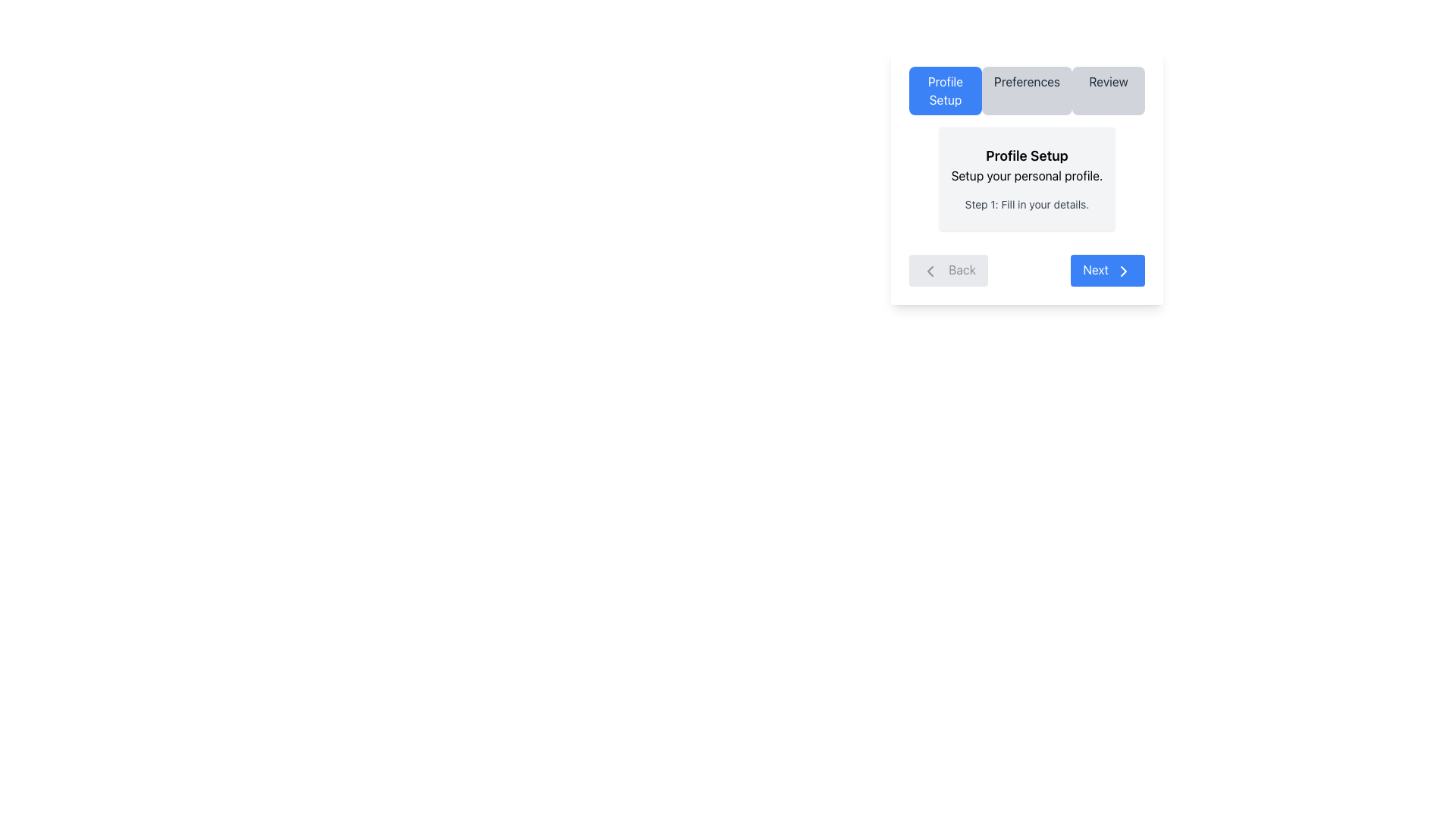 The height and width of the screenshot is (819, 1456). Describe the element at coordinates (1124, 270) in the screenshot. I see `the 'Next' button which contains the progression icon located at the bottom right area of the interface` at that location.